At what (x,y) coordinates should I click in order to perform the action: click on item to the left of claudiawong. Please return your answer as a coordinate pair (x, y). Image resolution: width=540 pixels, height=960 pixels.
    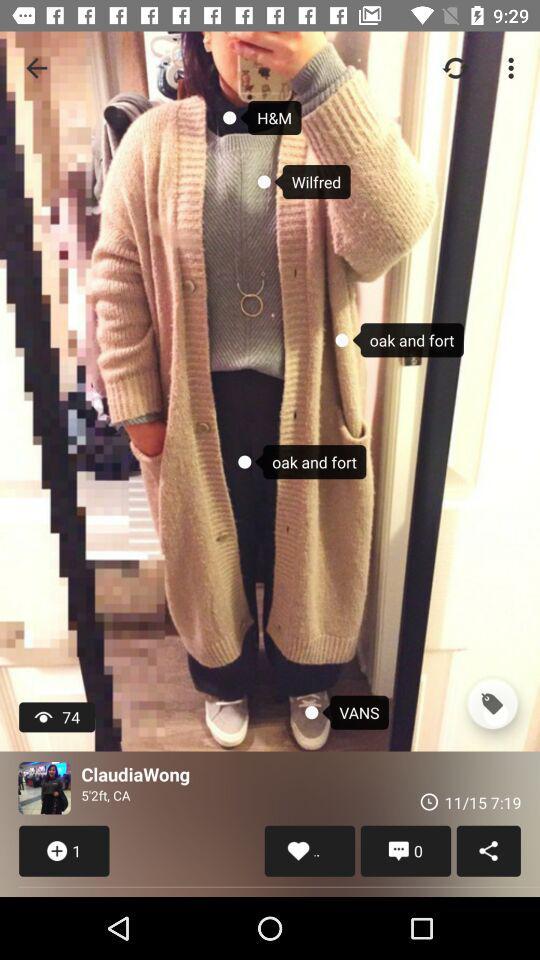
    Looking at the image, I should click on (44, 788).